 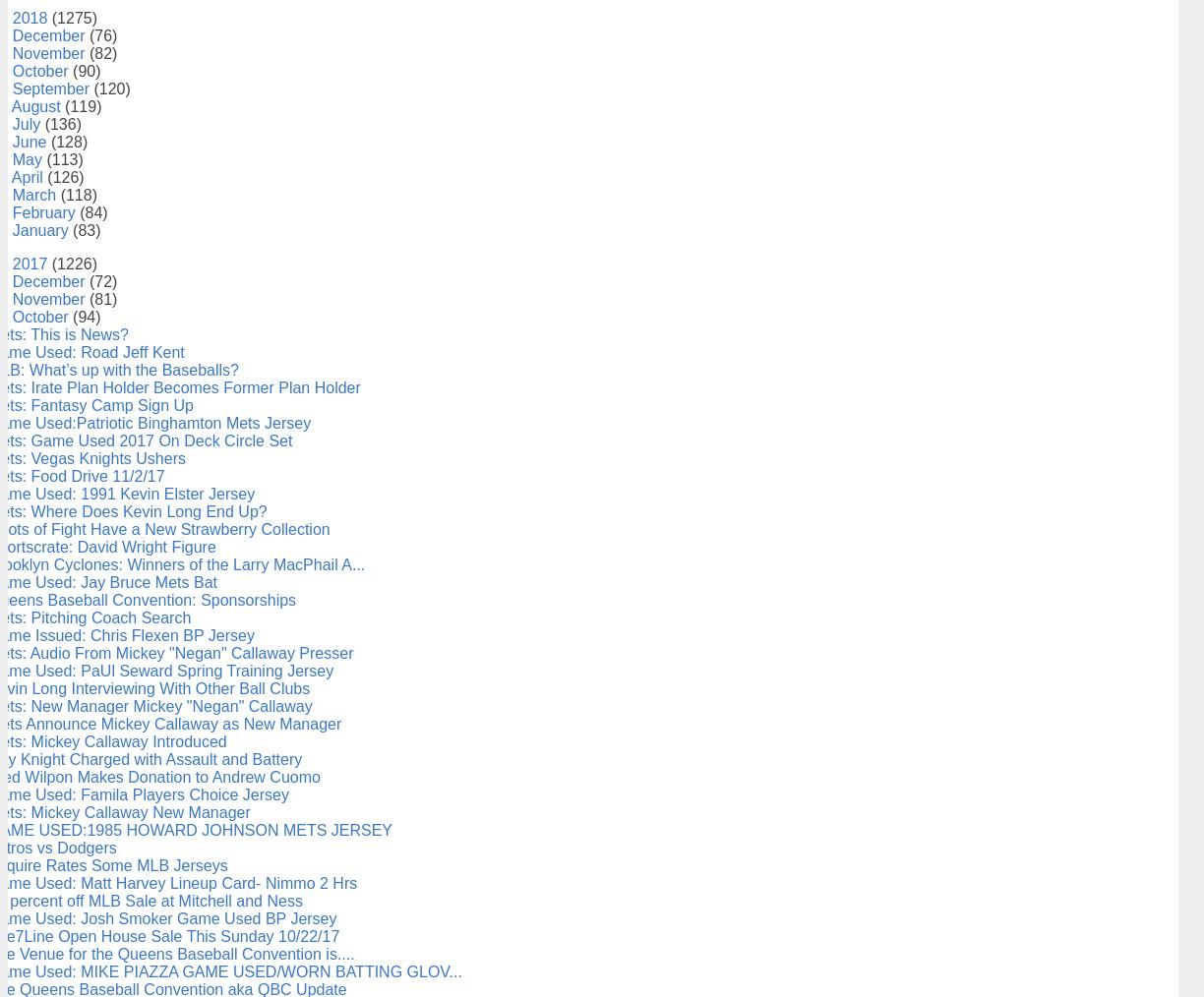 I want to click on '(1226)', so click(x=74, y=263).